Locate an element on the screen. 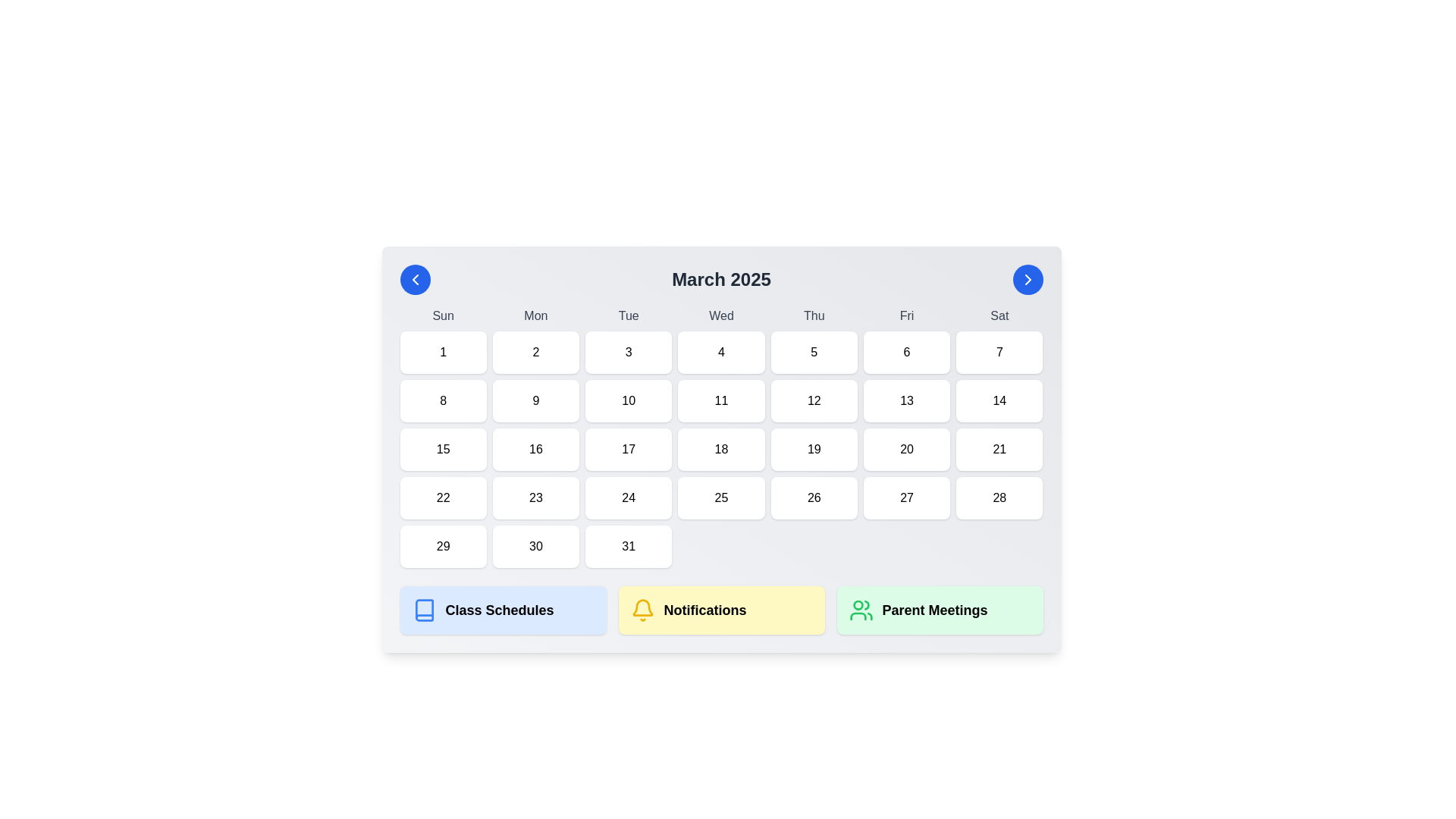  the calendar date cell representing the 8th day of the month, located in the second row and first column under the 'Sun' header is located at coordinates (442, 400).